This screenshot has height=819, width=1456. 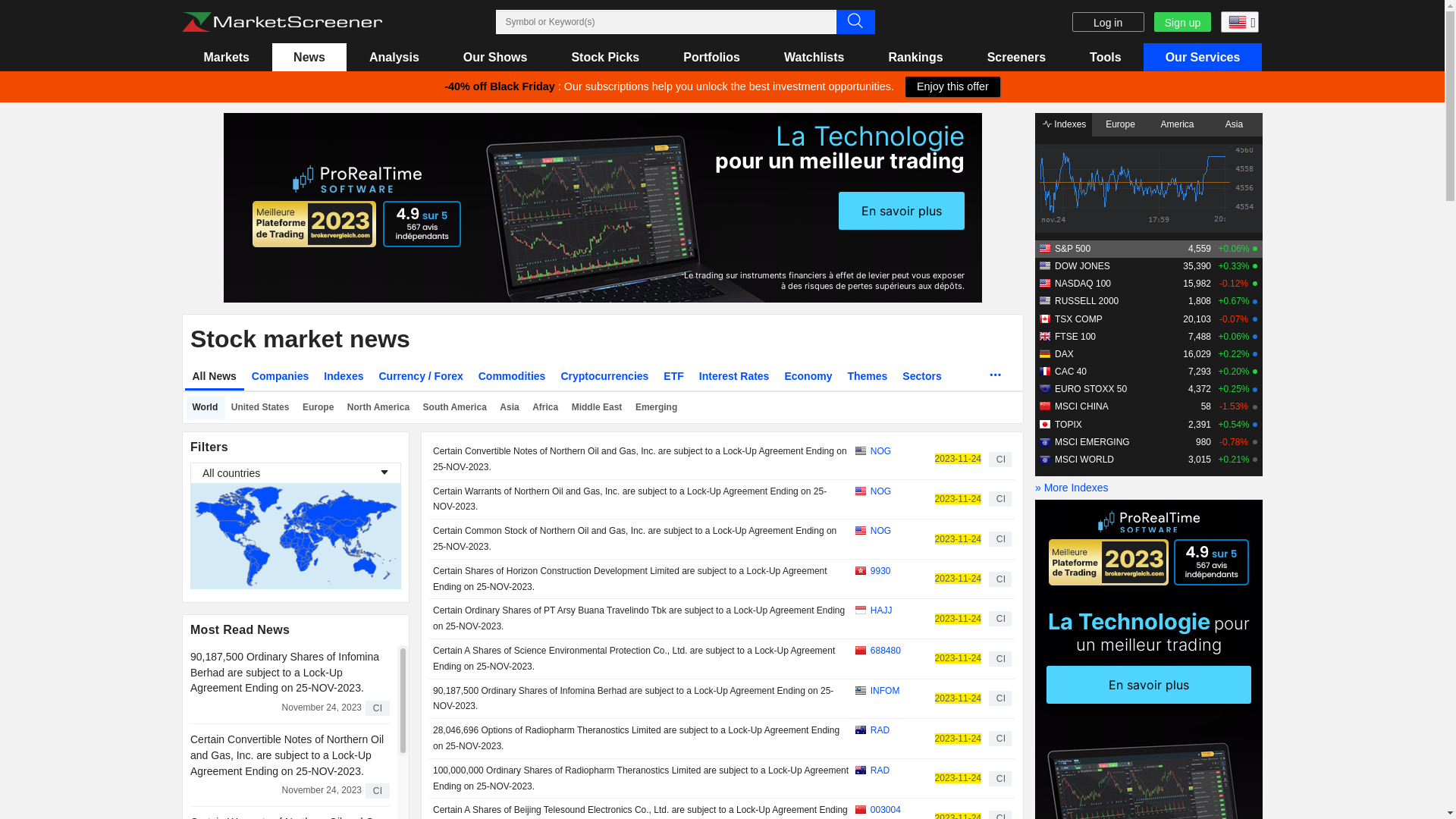 What do you see at coordinates (346, 56) in the screenshot?
I see `'Analysis'` at bounding box center [346, 56].